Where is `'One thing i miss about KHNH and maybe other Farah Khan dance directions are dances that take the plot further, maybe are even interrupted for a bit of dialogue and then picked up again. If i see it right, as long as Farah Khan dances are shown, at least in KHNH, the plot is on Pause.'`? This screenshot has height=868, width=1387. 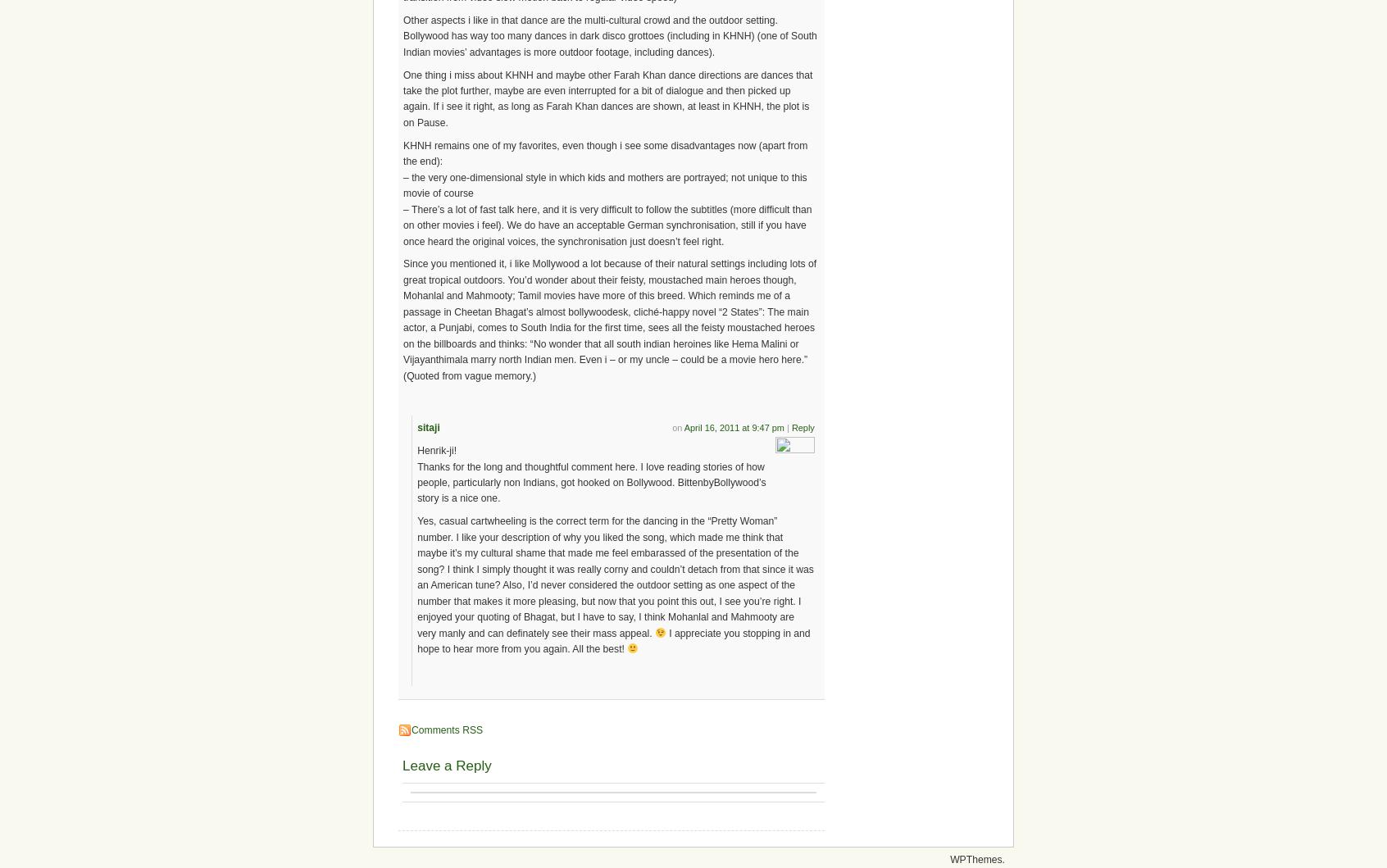
'One thing i miss about KHNH and maybe other Farah Khan dance directions are dances that take the plot further, maybe are even interrupted for a bit of dialogue and then picked up again. If i see it right, as long as Farah Khan dances are shown, at least in KHNH, the plot is on Pause.' is located at coordinates (607, 97).